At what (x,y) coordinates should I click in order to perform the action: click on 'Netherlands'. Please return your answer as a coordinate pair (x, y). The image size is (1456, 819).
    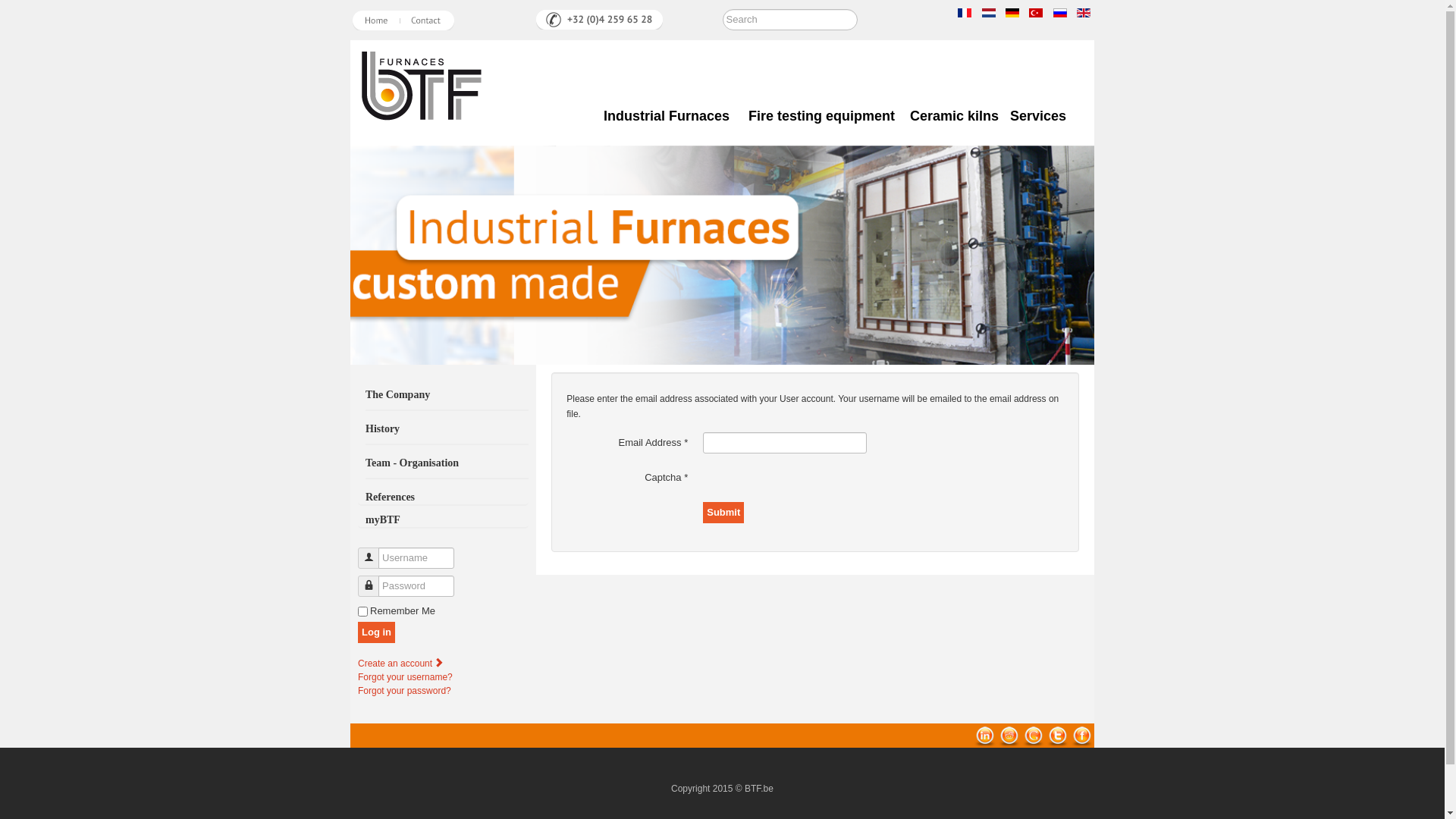
    Looking at the image, I should click on (989, 12).